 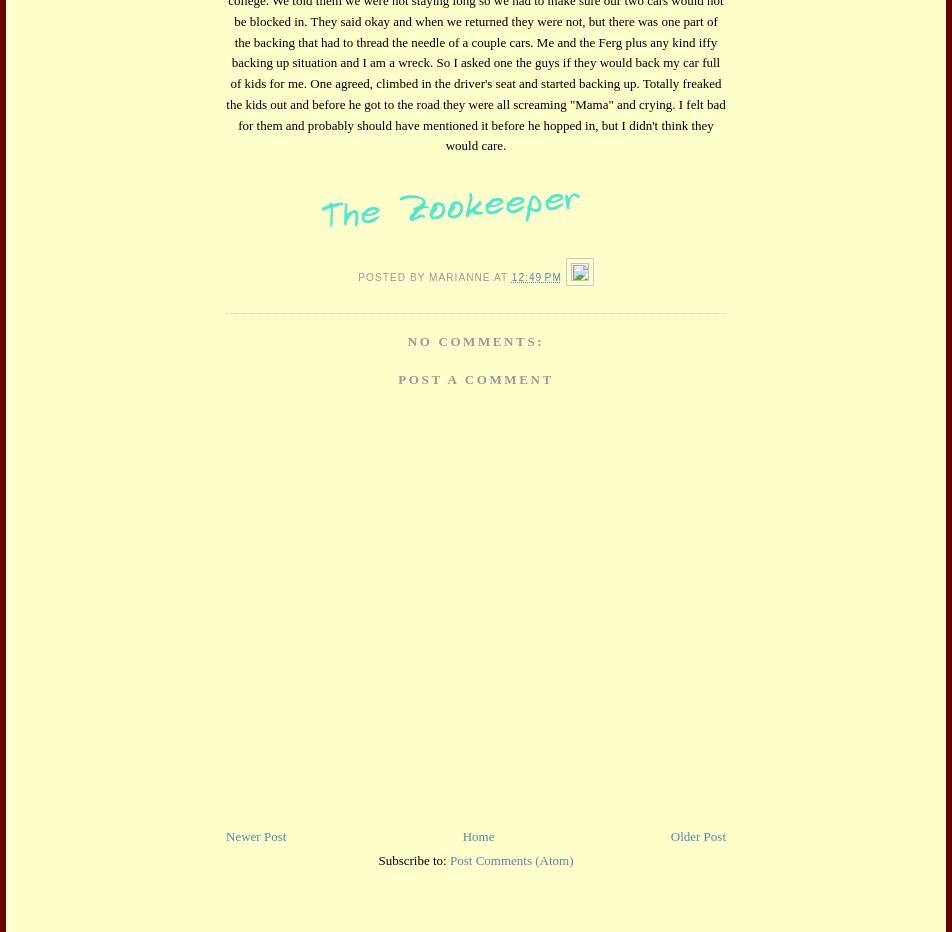 I want to click on 'Newer Post', so click(x=255, y=835).